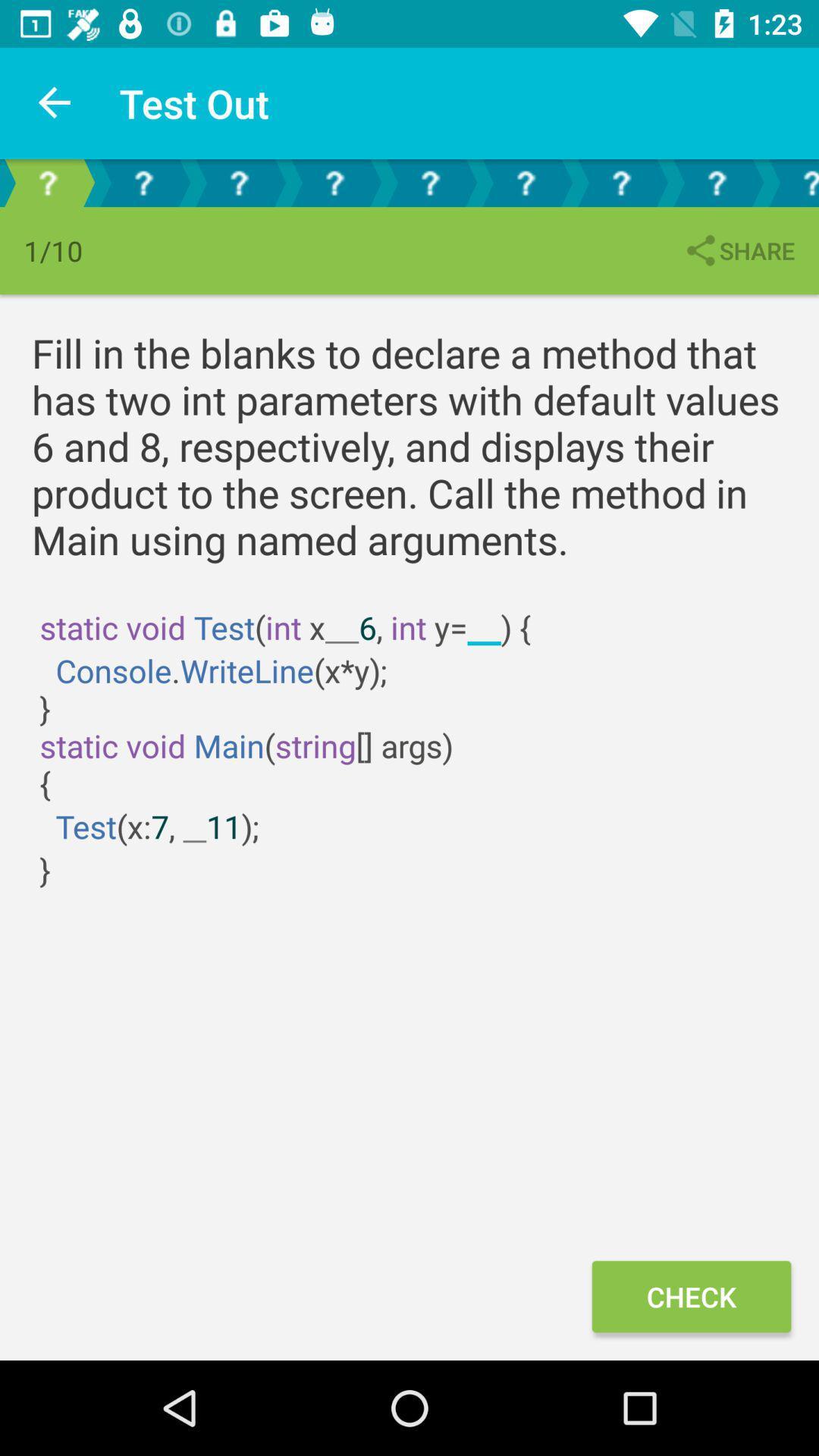 This screenshot has height=1456, width=819. I want to click on the help icon, so click(143, 182).